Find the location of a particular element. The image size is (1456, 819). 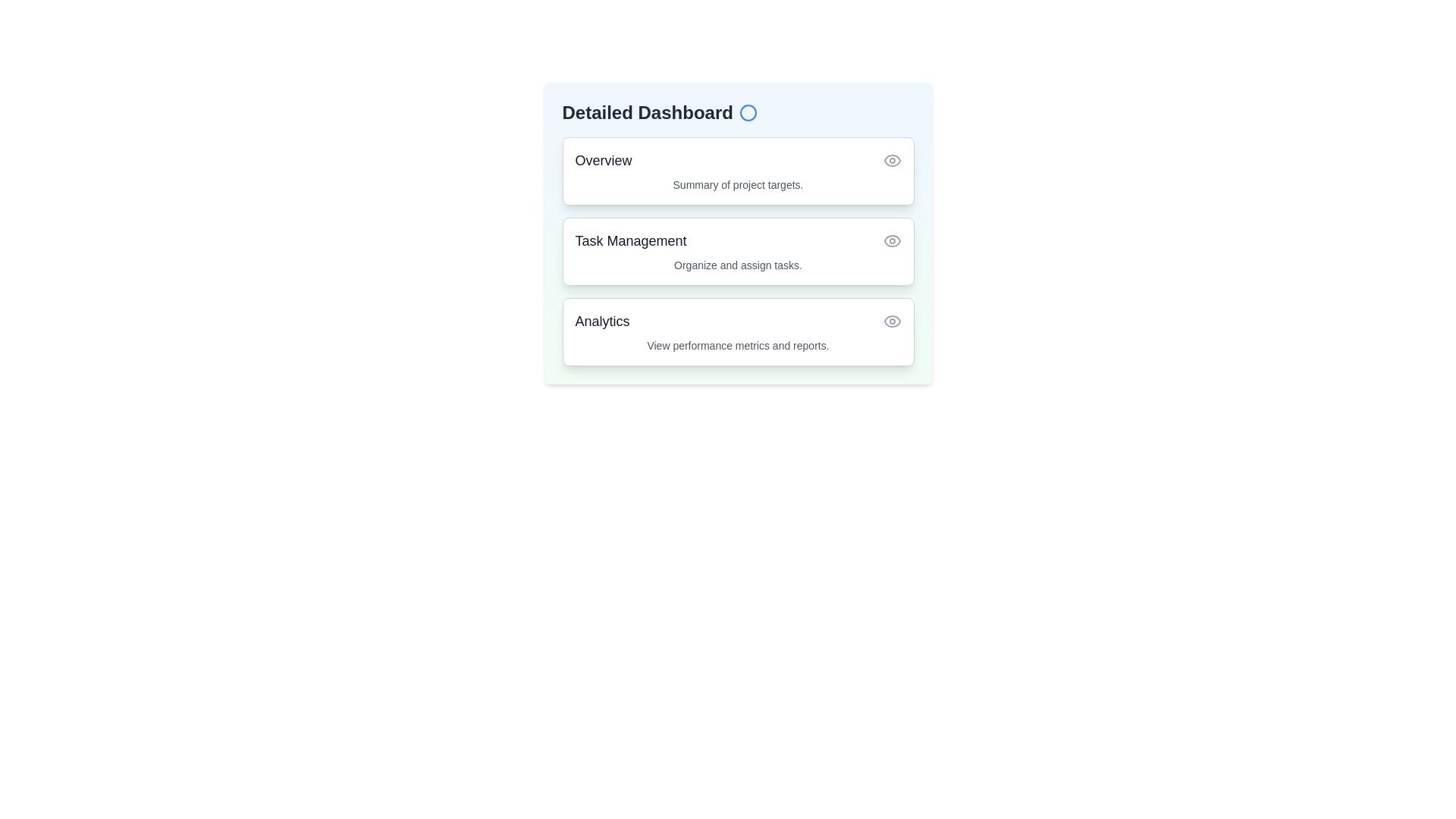

the item Analytics to observe its hover effect is located at coordinates (738, 331).